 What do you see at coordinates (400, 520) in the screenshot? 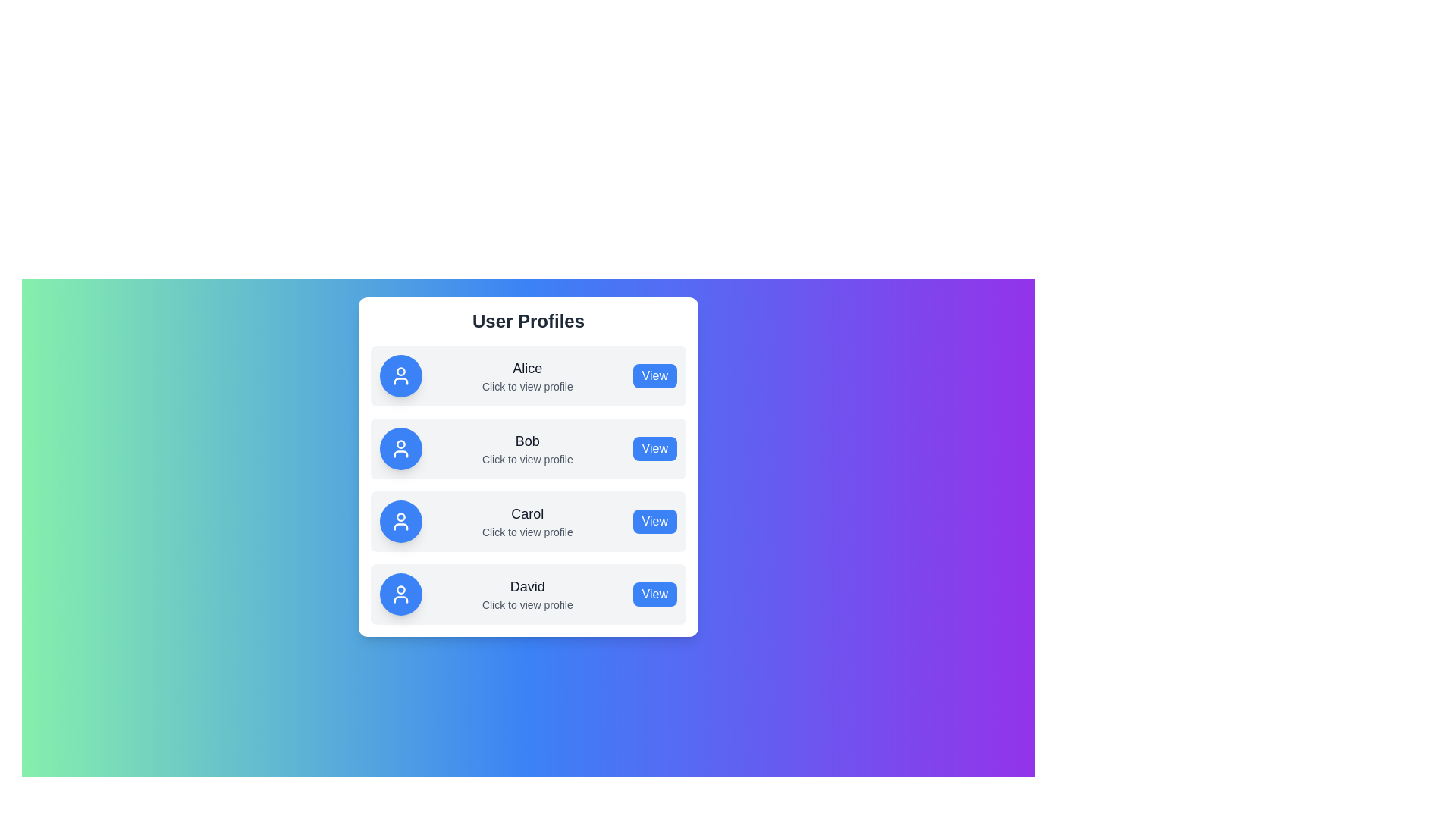
I see `the circular avatar icon with a blue background and a white profile symbol, located on the profile card labeled 'Carol', which is the third card in the vertical list of user profiles` at bounding box center [400, 520].